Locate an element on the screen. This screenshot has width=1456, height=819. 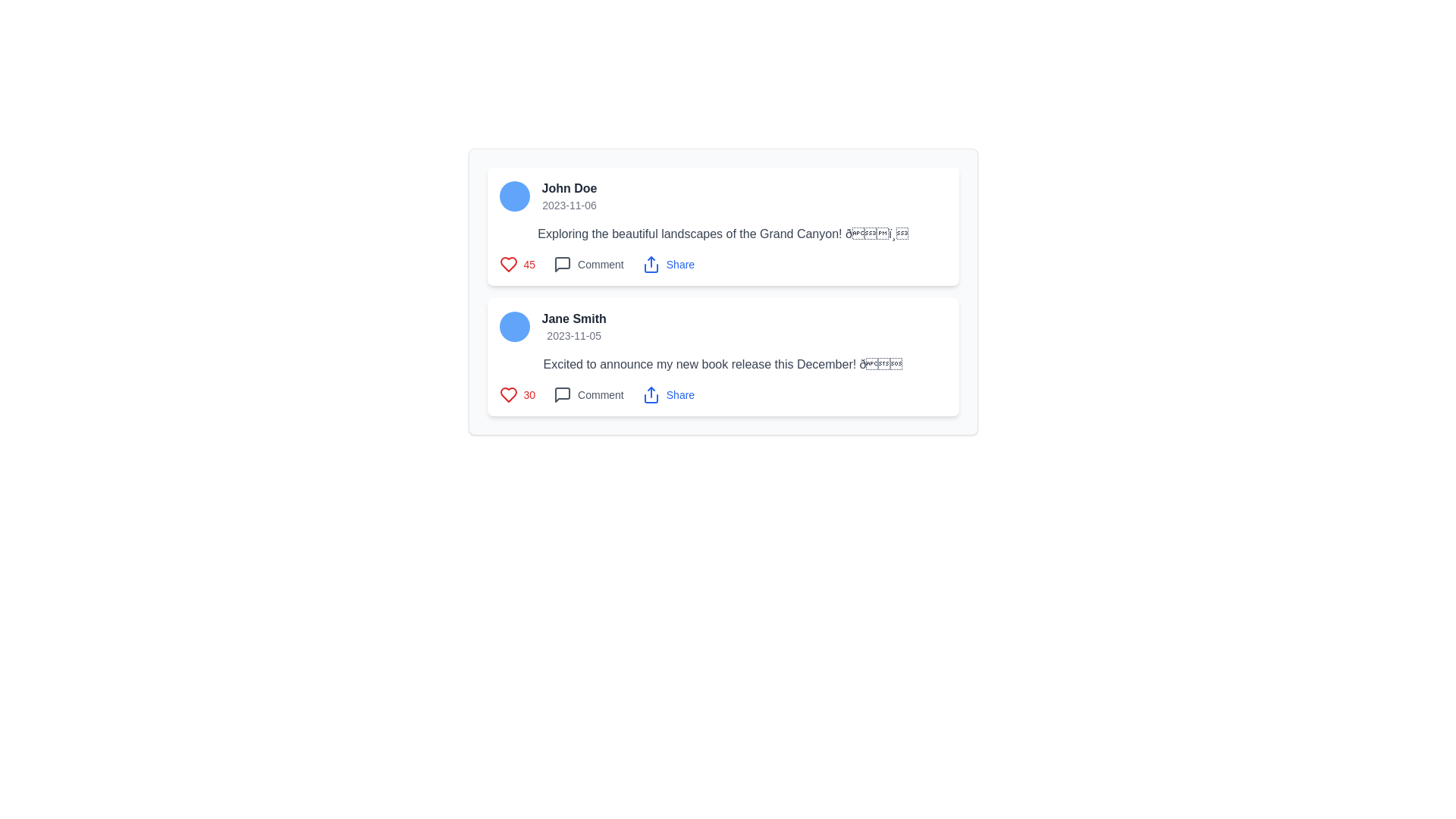
the static text label displaying '2023-11-06' in a small gray styled font, which is positioned in the header of the comment box, located next to the bold name label 'John Doe' is located at coordinates (568, 205).